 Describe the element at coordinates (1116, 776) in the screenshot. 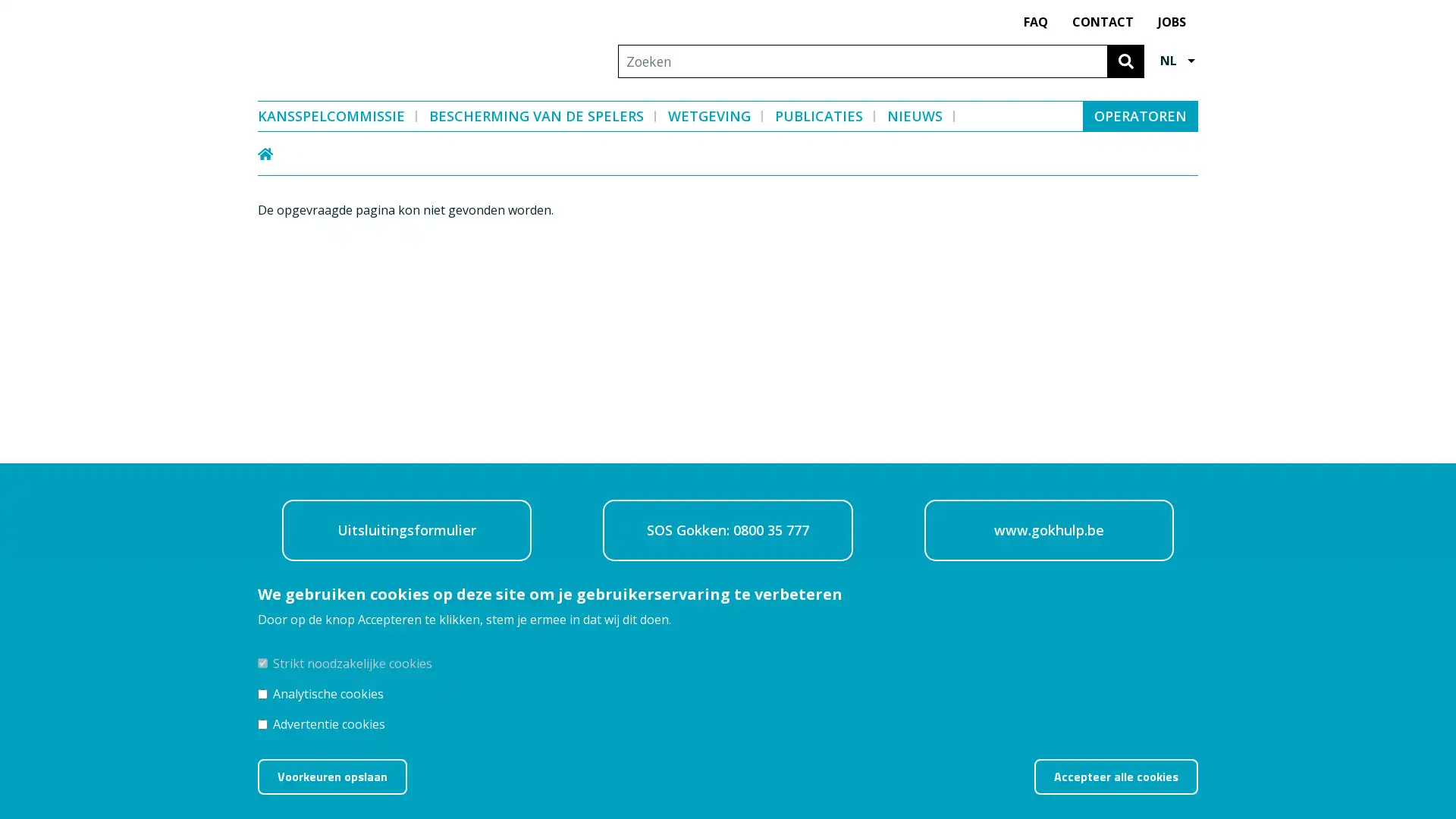

I see `Accepteer alle cookies` at that location.